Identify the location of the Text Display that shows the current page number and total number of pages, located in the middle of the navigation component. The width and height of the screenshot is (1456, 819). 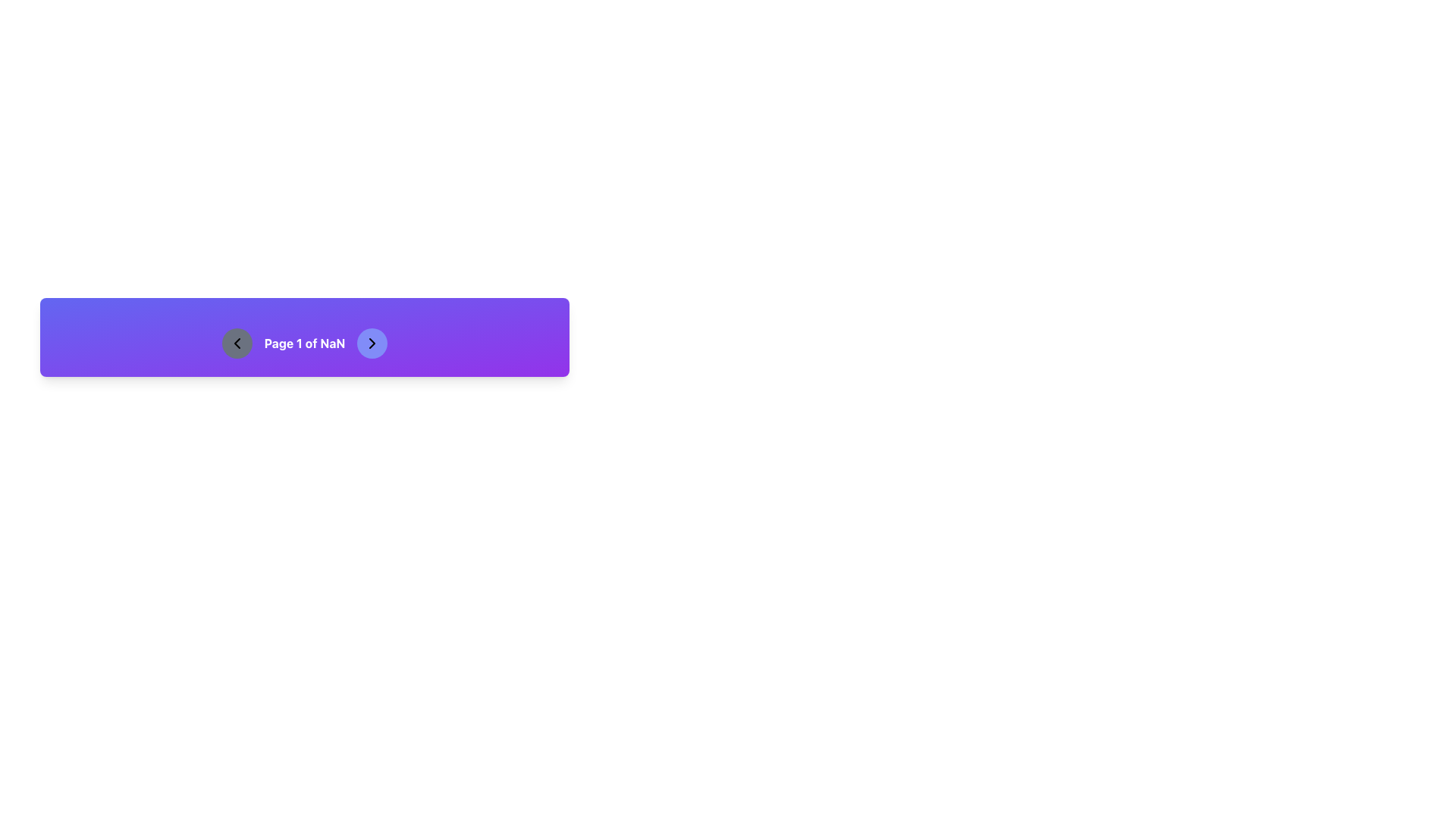
(304, 343).